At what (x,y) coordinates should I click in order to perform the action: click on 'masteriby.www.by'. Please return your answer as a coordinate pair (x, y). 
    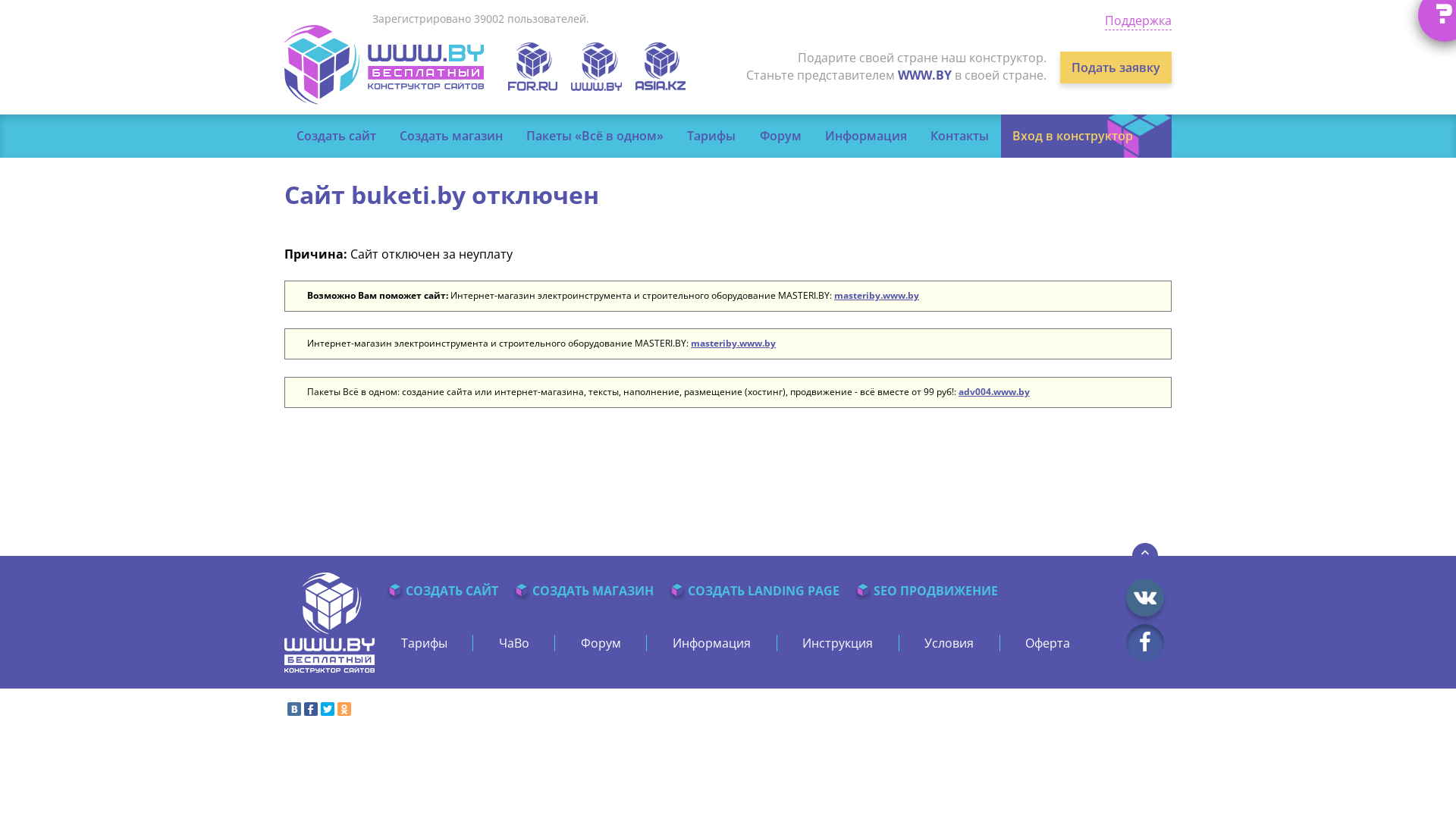
    Looking at the image, I should click on (733, 343).